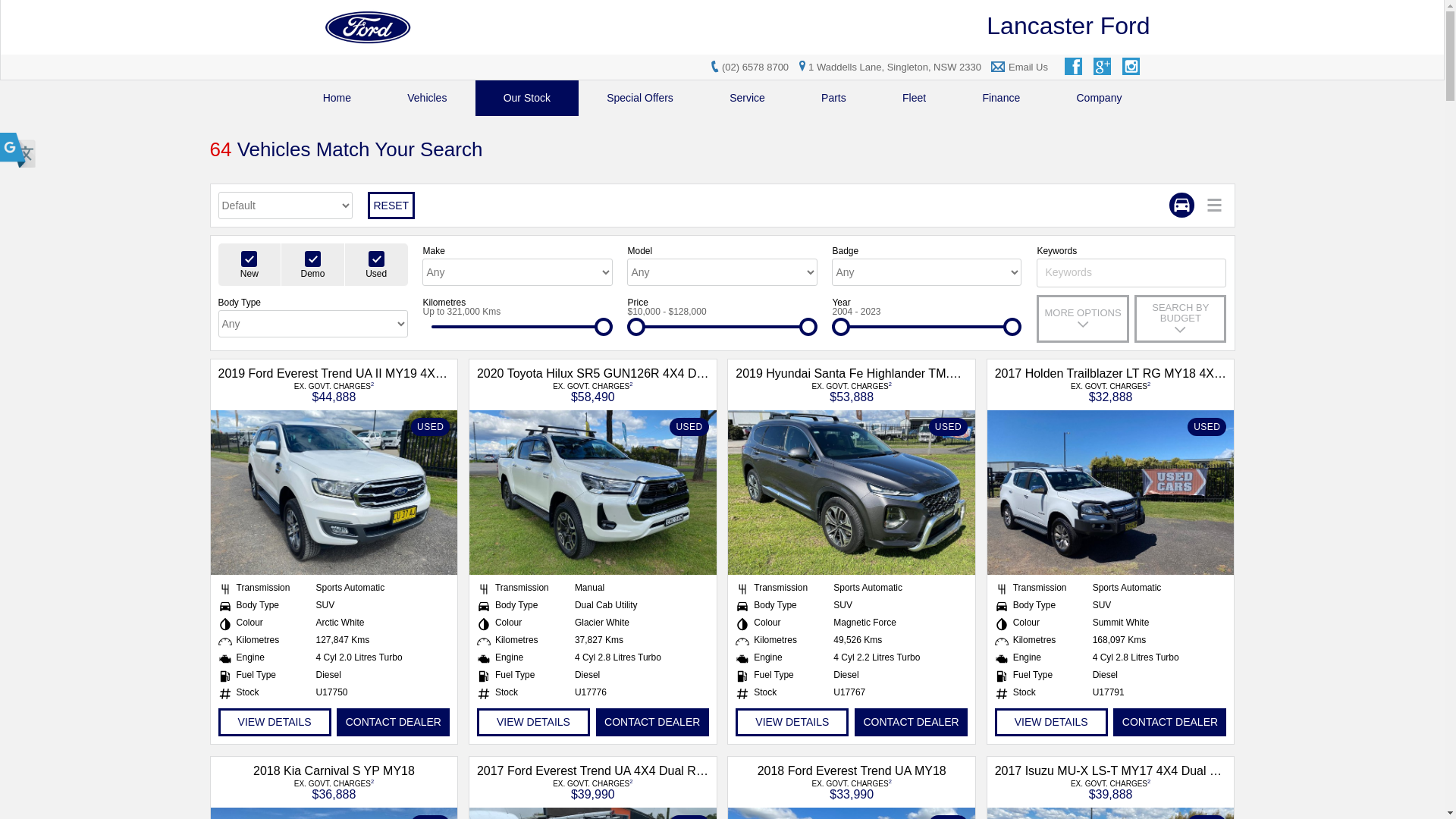  What do you see at coordinates (475, 98) in the screenshot?
I see `'Our Stock'` at bounding box center [475, 98].